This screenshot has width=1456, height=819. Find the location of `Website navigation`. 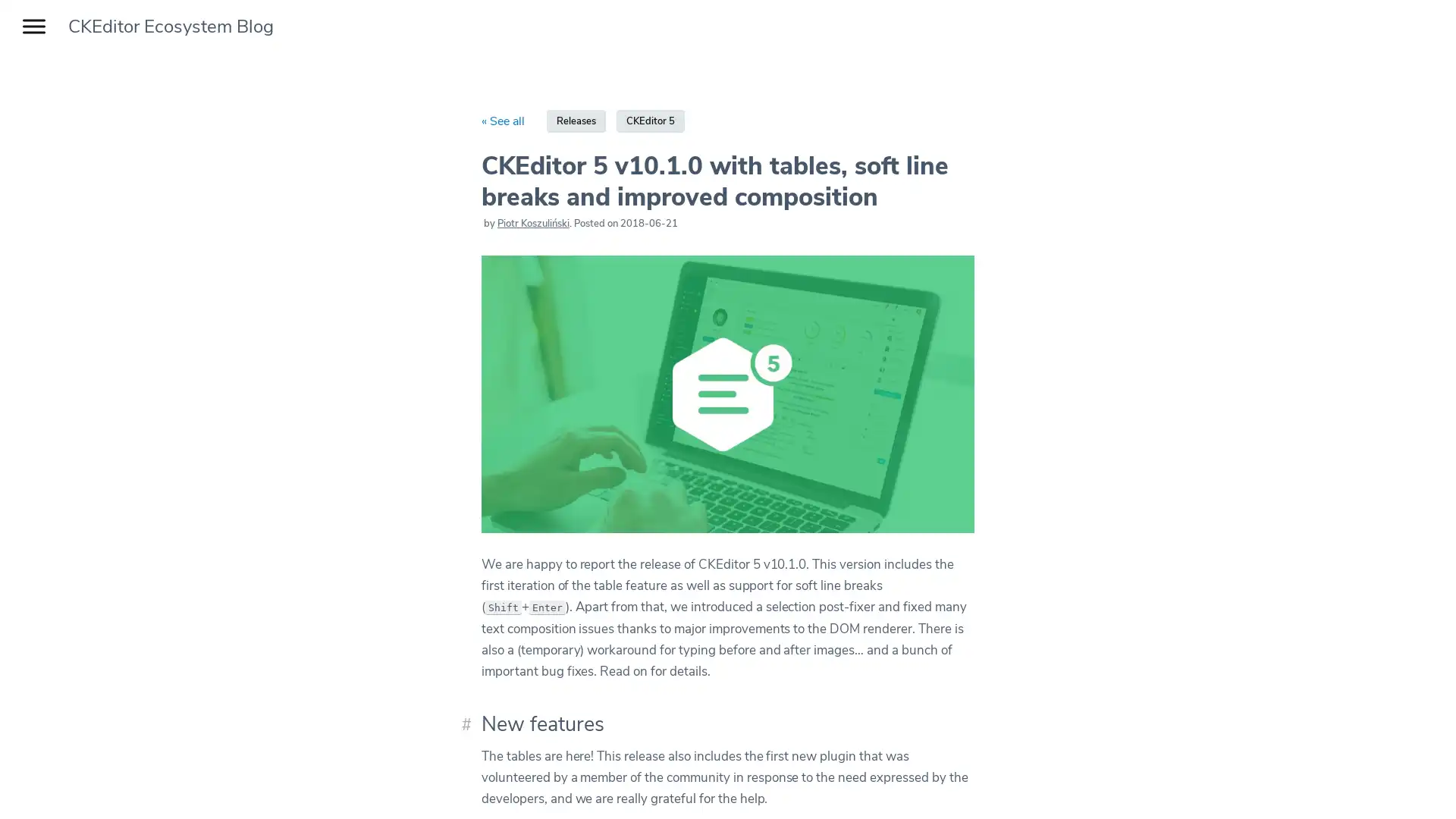

Website navigation is located at coordinates (33, 26).